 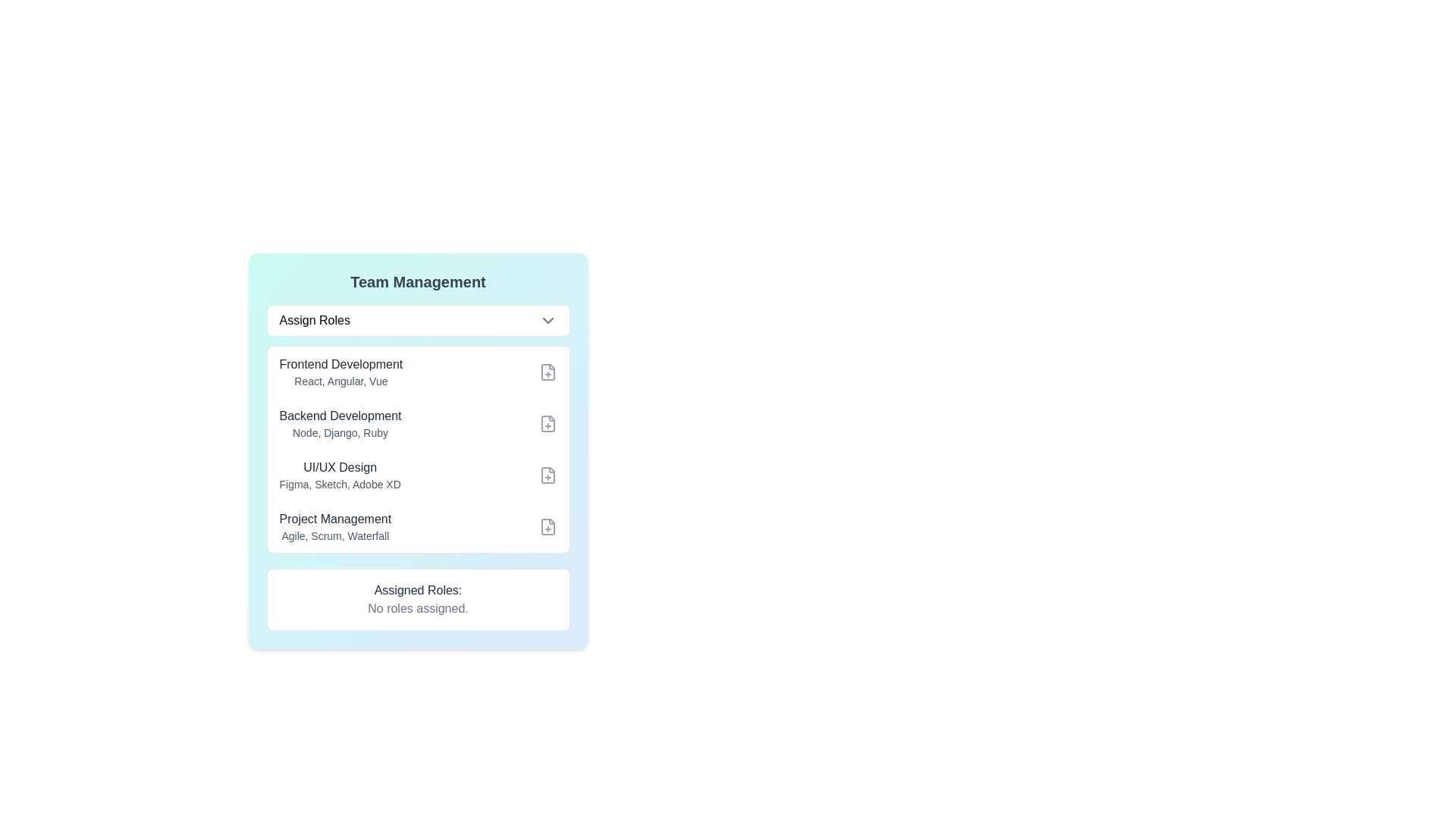 I want to click on the action indicator icon located adjacent to the 'Backend Development' section, so click(x=547, y=424).